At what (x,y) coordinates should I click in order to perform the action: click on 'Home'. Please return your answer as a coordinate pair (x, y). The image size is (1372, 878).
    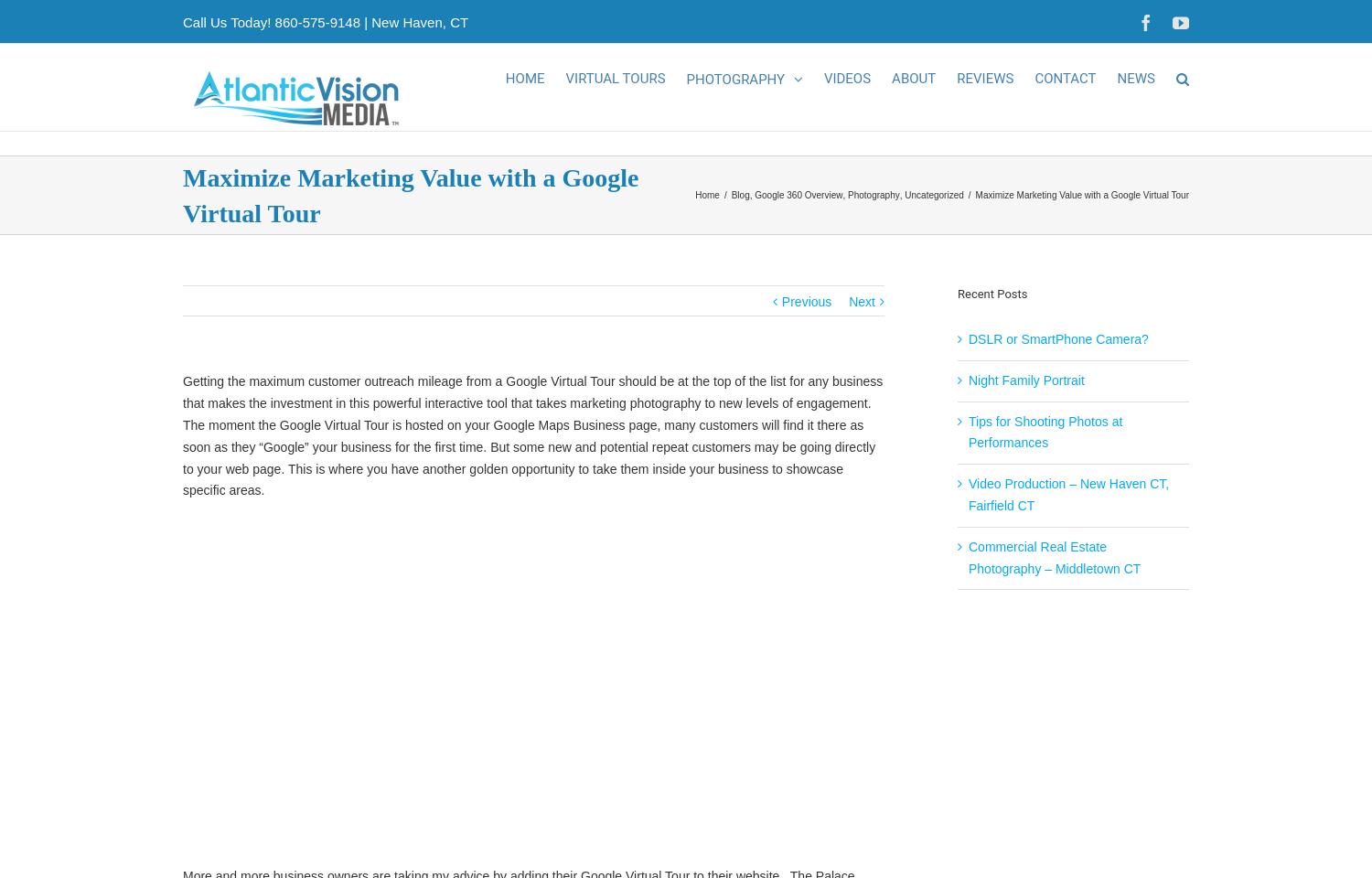
    Looking at the image, I should click on (706, 215).